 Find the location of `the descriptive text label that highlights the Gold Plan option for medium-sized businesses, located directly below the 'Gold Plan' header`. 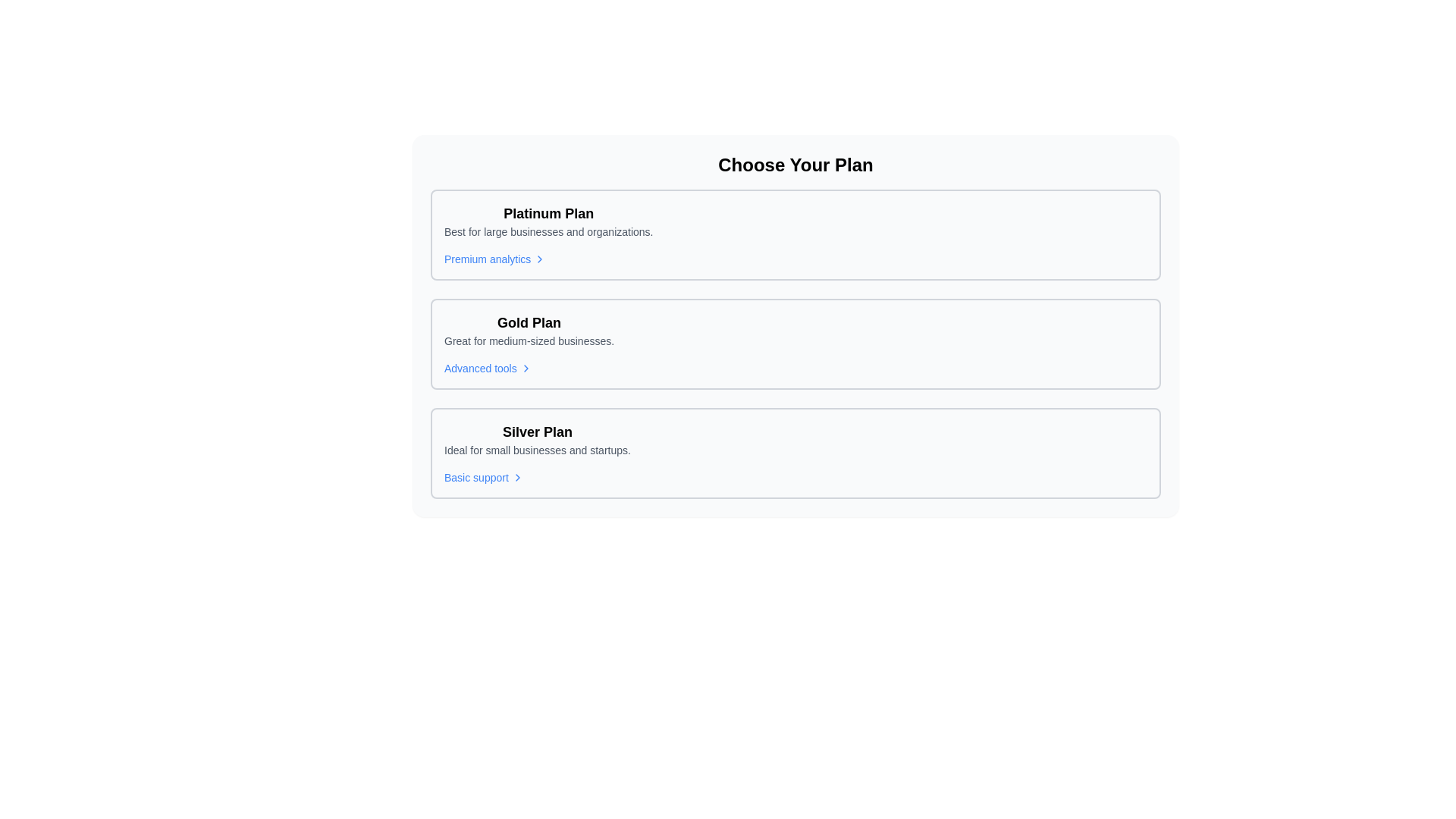

the descriptive text label that highlights the Gold Plan option for medium-sized businesses, located directly below the 'Gold Plan' header is located at coordinates (529, 341).